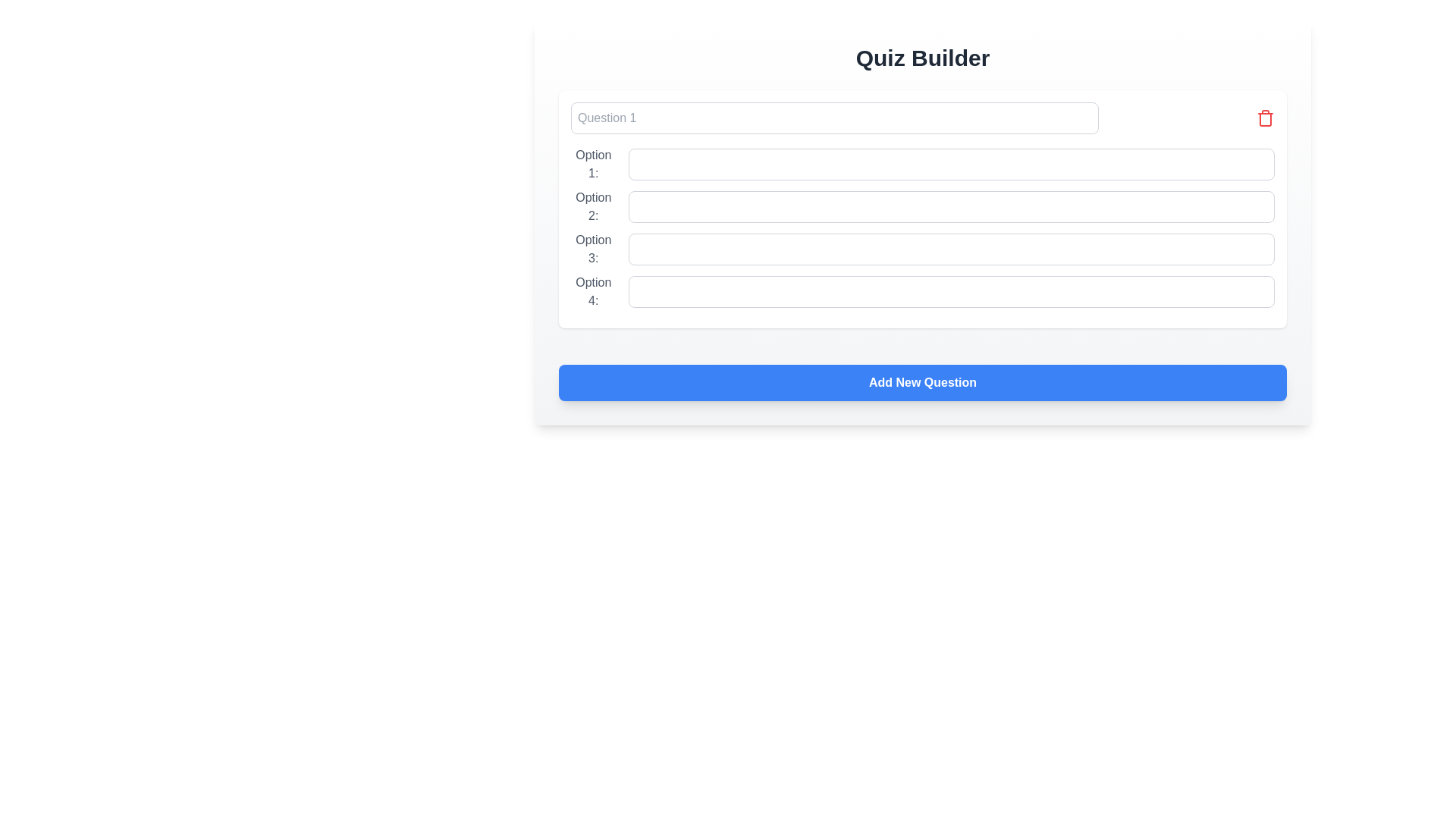 Image resolution: width=1456 pixels, height=819 pixels. Describe the element at coordinates (922, 207) in the screenshot. I see `the input field labeled 'Option 2' using keyboard for focus` at that location.